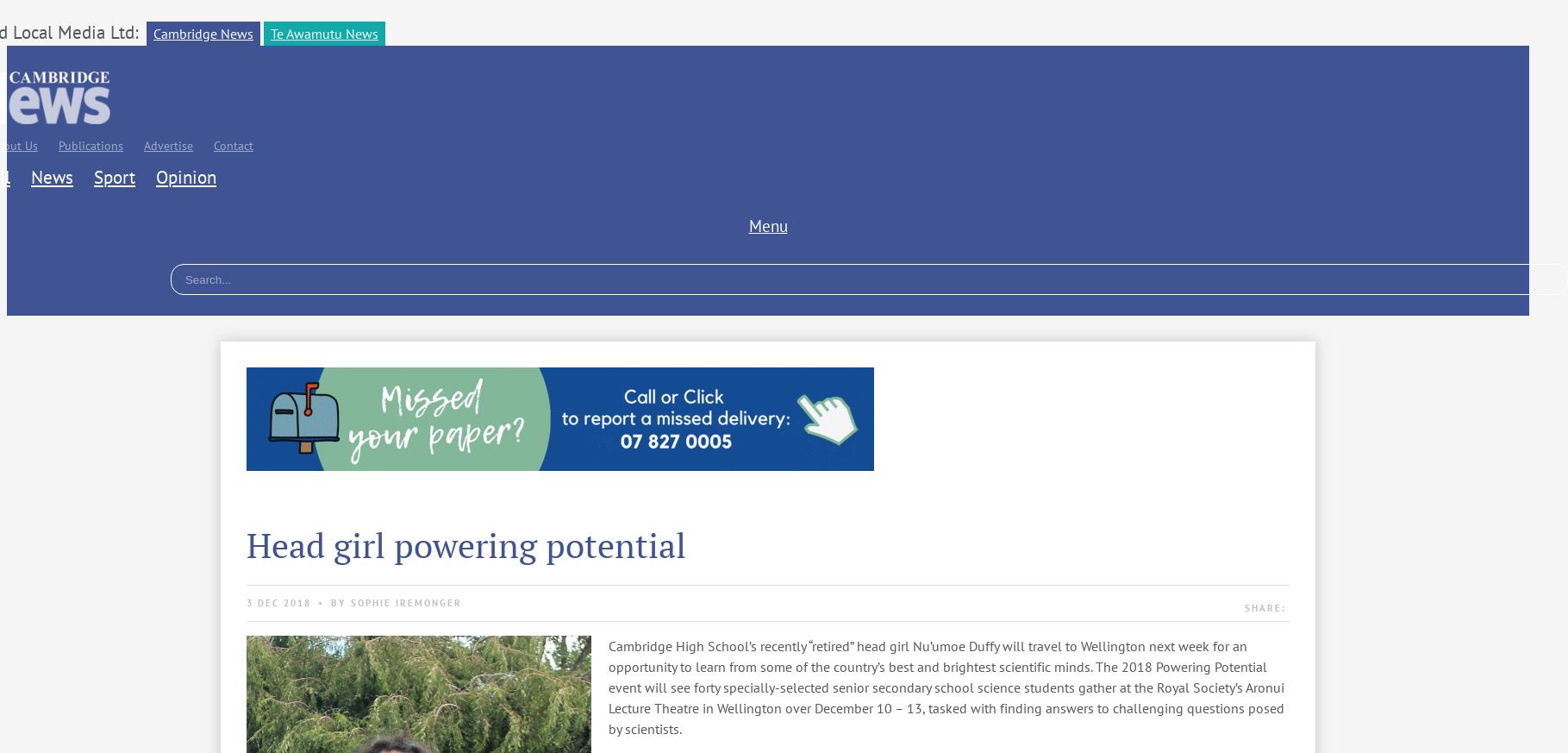  I want to click on 'Contact', so click(234, 145).